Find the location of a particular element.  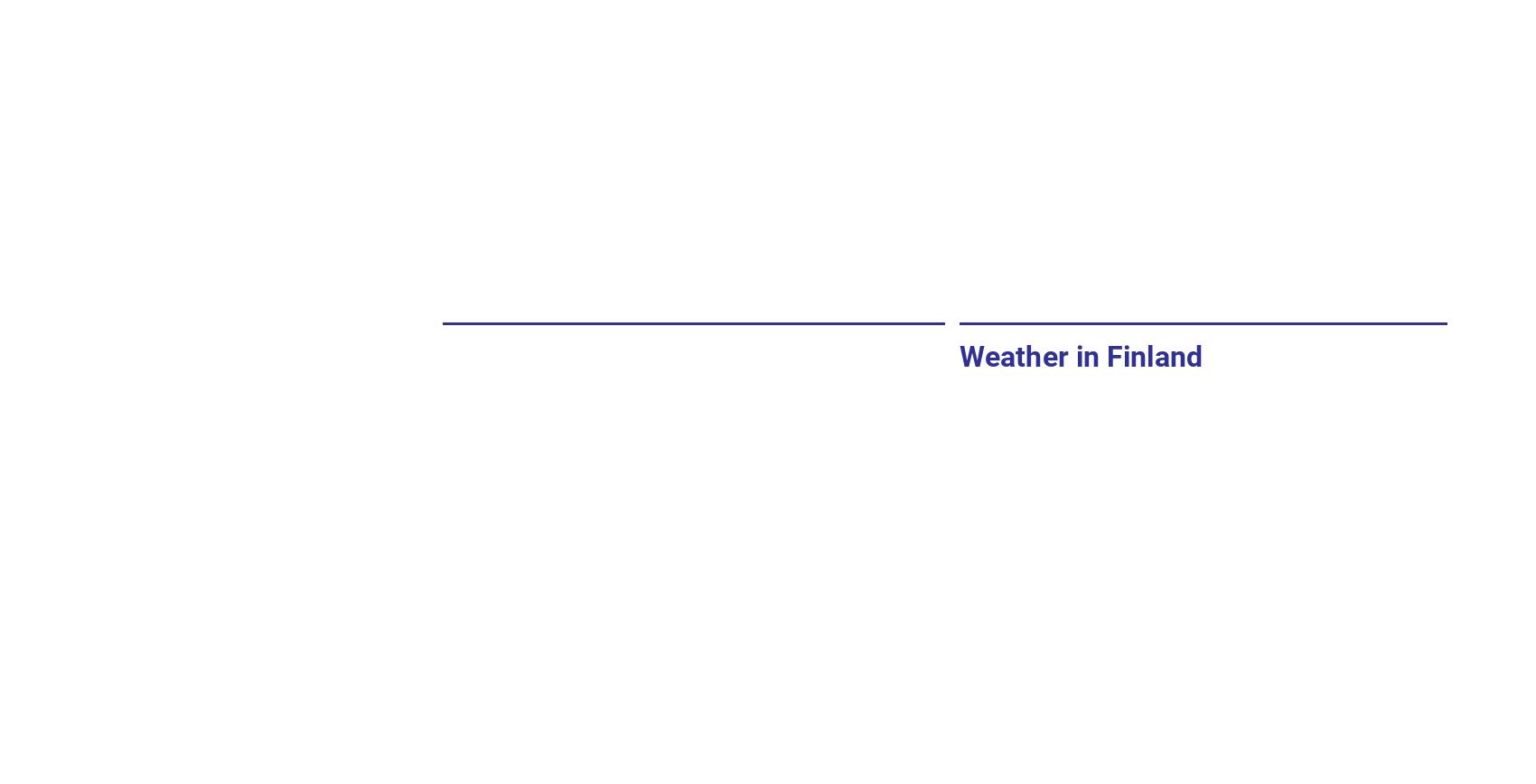

'Day after tomorrow' is located at coordinates (1303, 411).